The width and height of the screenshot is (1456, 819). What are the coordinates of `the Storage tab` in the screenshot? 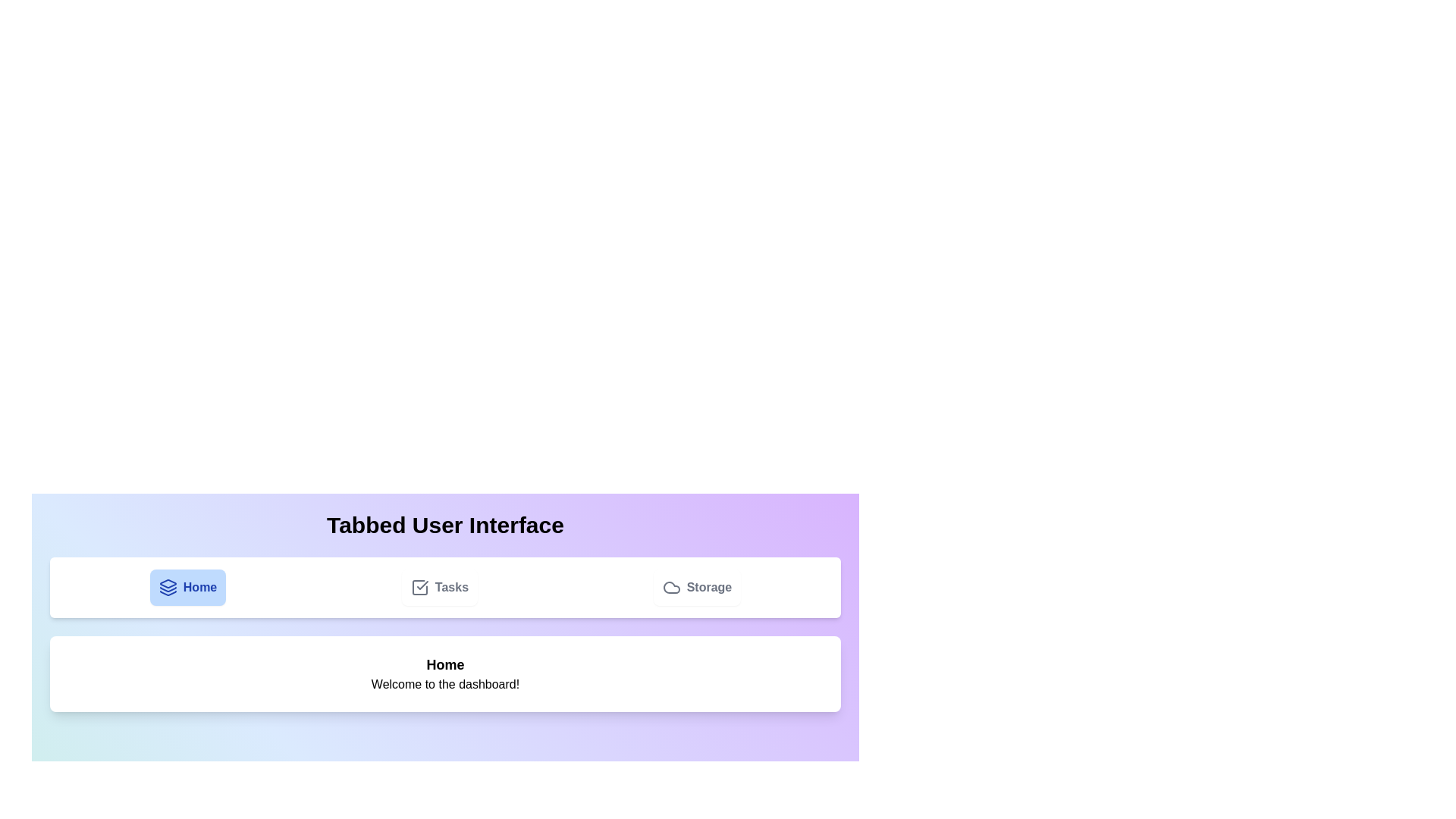 It's located at (695, 587).